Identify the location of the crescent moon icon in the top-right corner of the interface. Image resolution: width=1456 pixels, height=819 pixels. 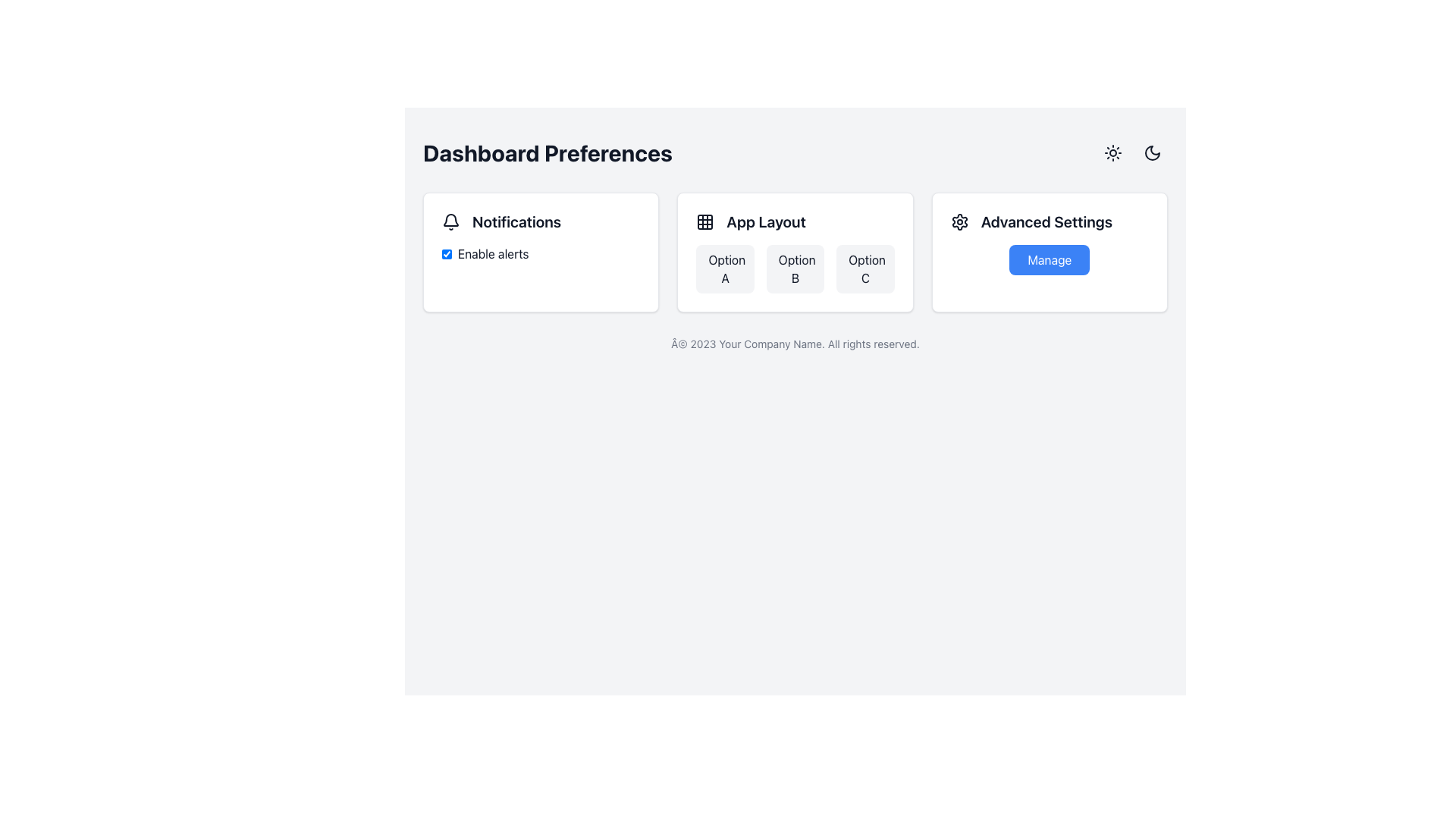
(1153, 152).